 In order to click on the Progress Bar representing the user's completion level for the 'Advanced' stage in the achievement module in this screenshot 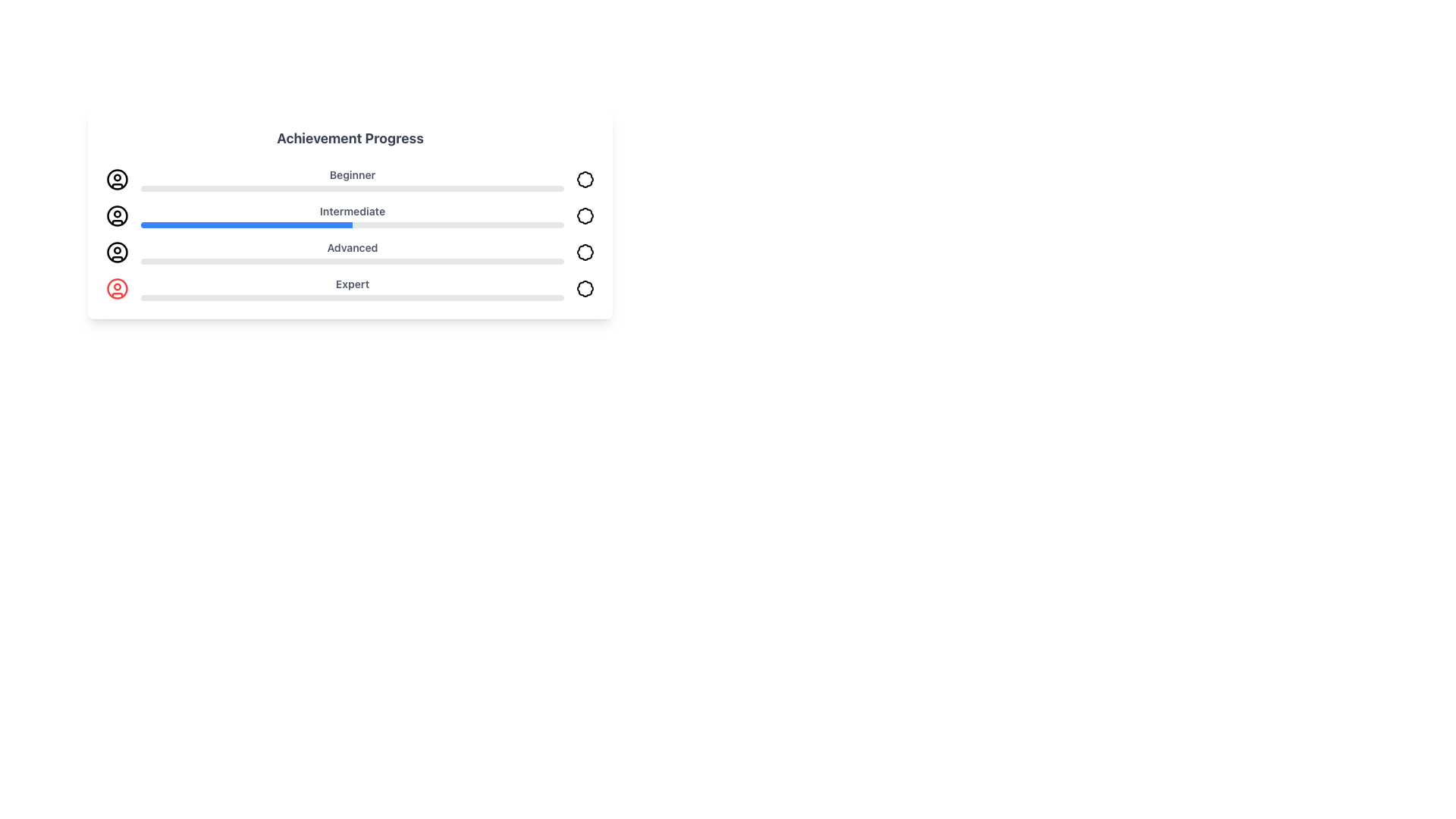, I will do `click(289, 260)`.